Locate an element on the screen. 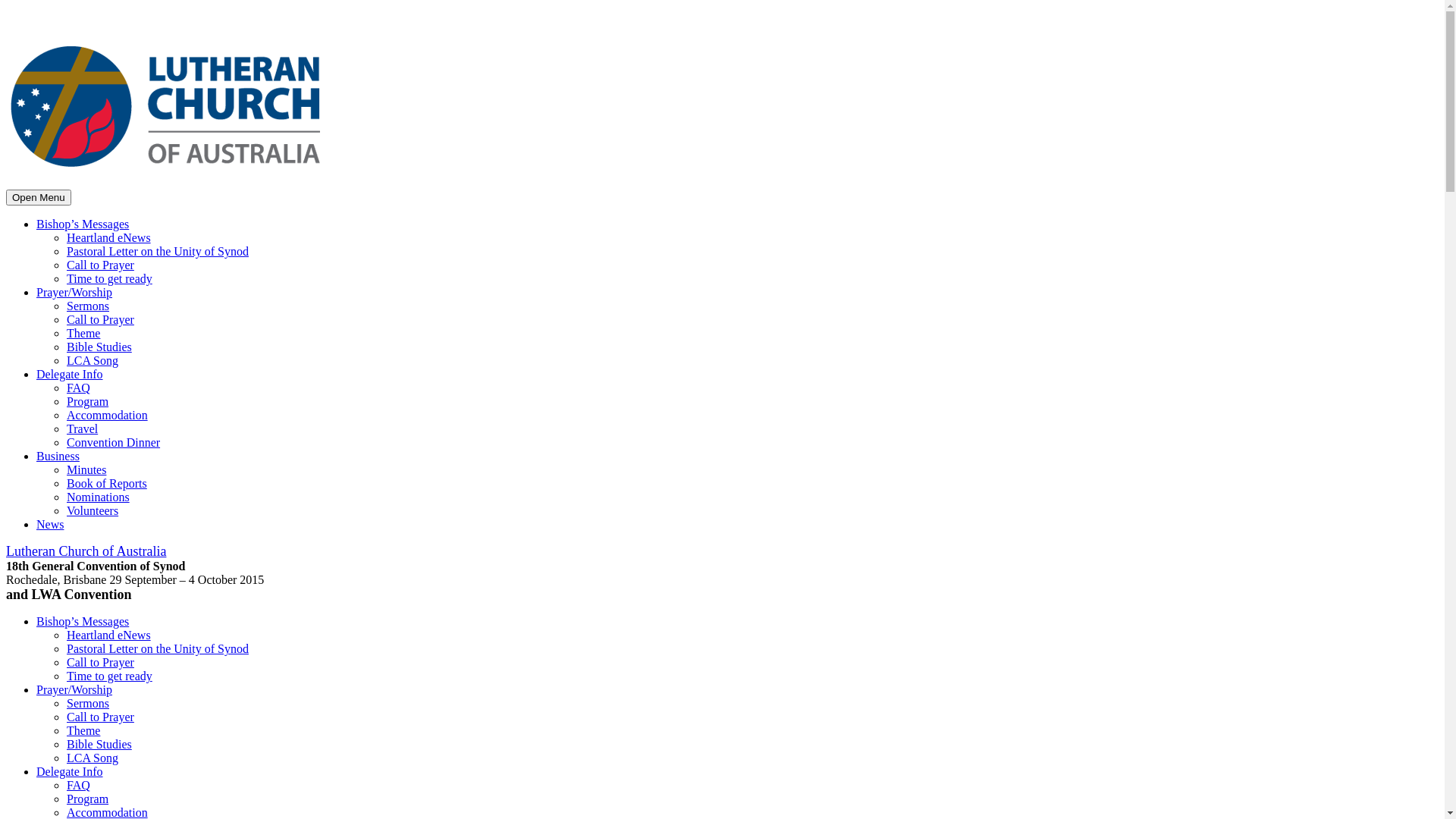 The image size is (1456, 819). 'Time to get ready' is located at coordinates (108, 278).